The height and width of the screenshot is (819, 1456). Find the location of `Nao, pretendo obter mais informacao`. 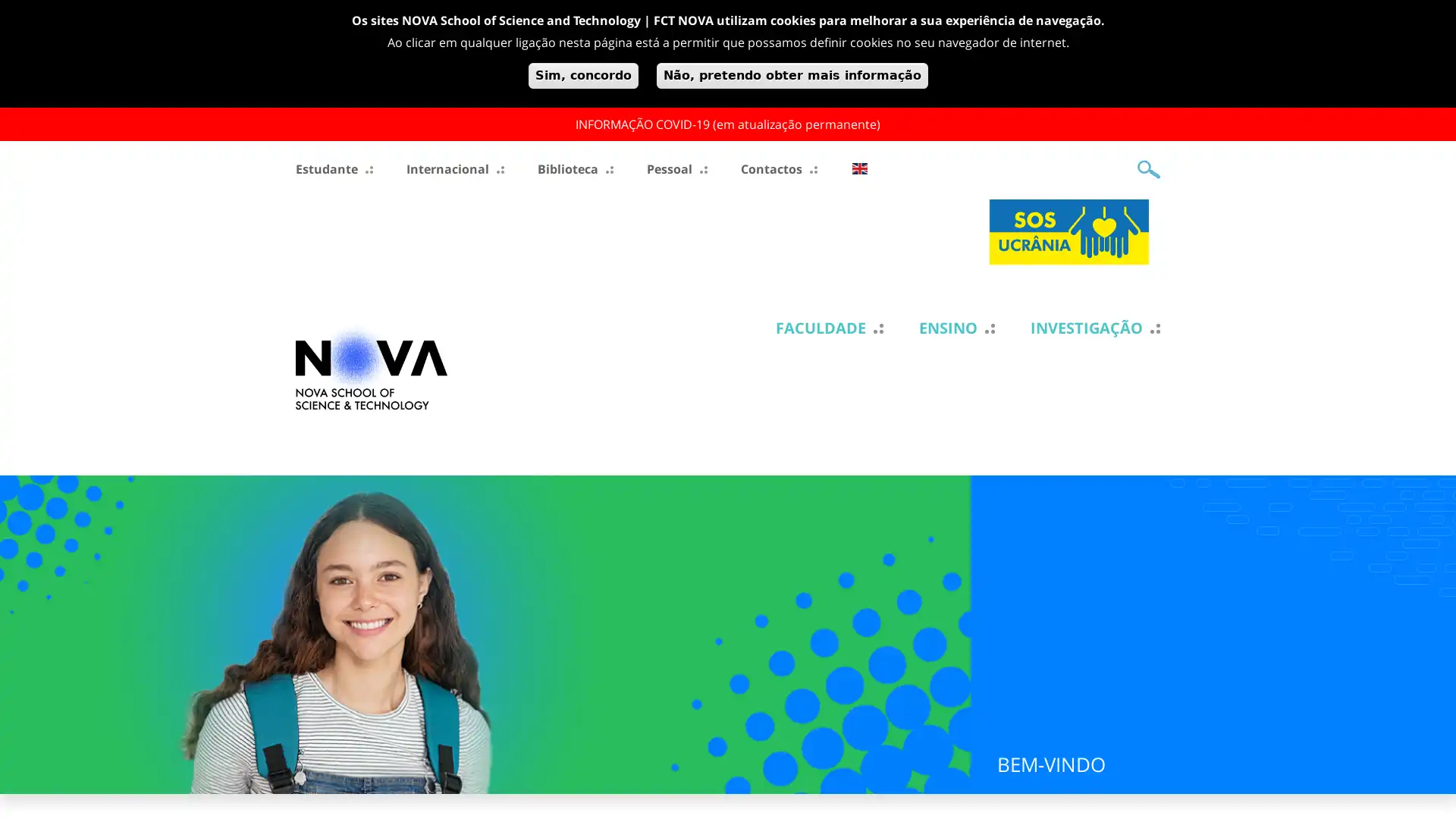

Nao, pretendo obter mais informacao is located at coordinates (790, 76).